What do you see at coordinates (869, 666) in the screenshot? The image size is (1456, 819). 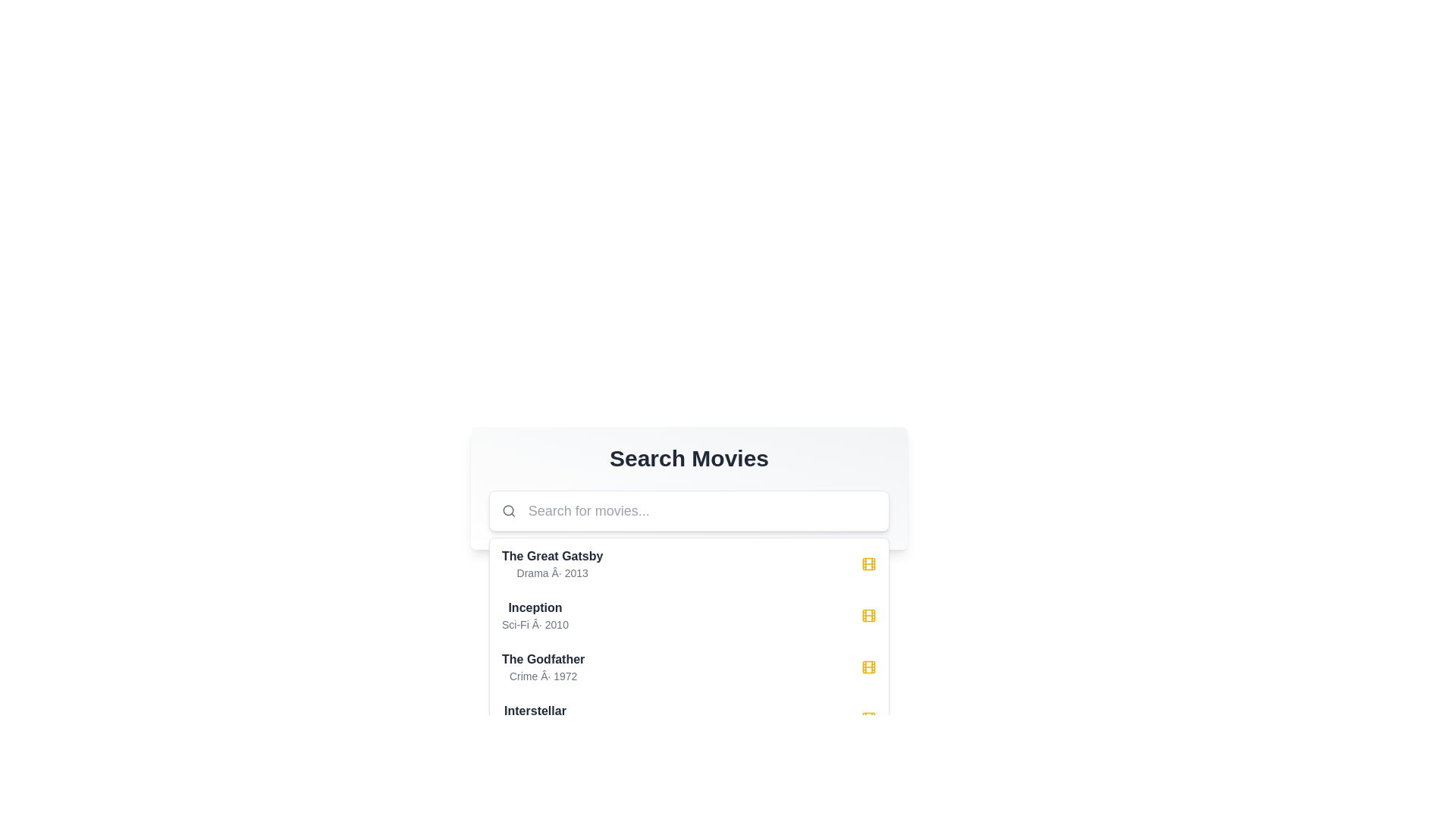 I see `the multimedia icon indicating the trailer for the movie 'The Godfather', located on the far-right side of the row displaying 'The Godfather' and 'Crime · 1972'` at bounding box center [869, 666].